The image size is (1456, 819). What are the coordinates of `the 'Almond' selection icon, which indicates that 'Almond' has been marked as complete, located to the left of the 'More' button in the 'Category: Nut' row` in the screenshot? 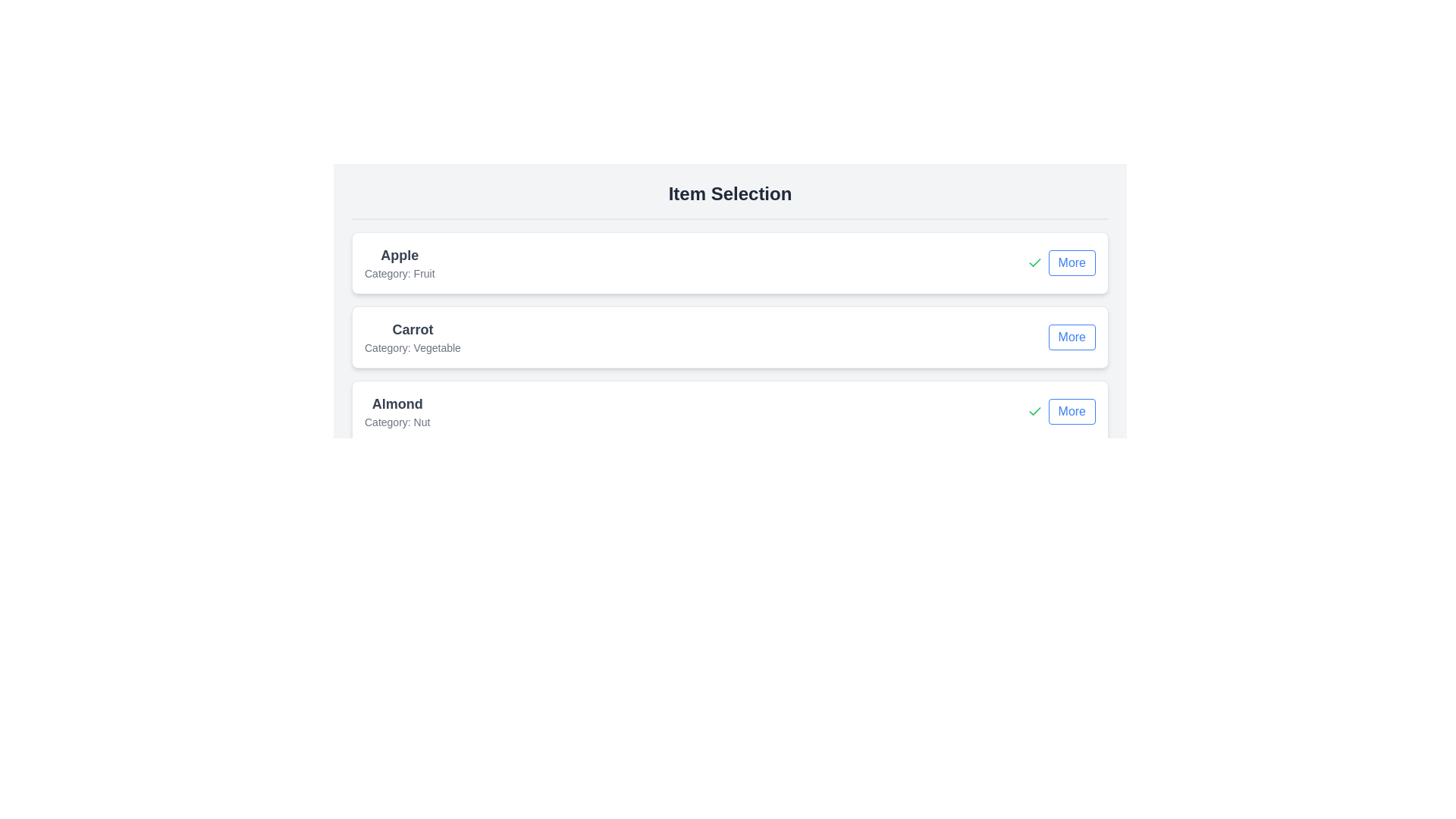 It's located at (1034, 262).